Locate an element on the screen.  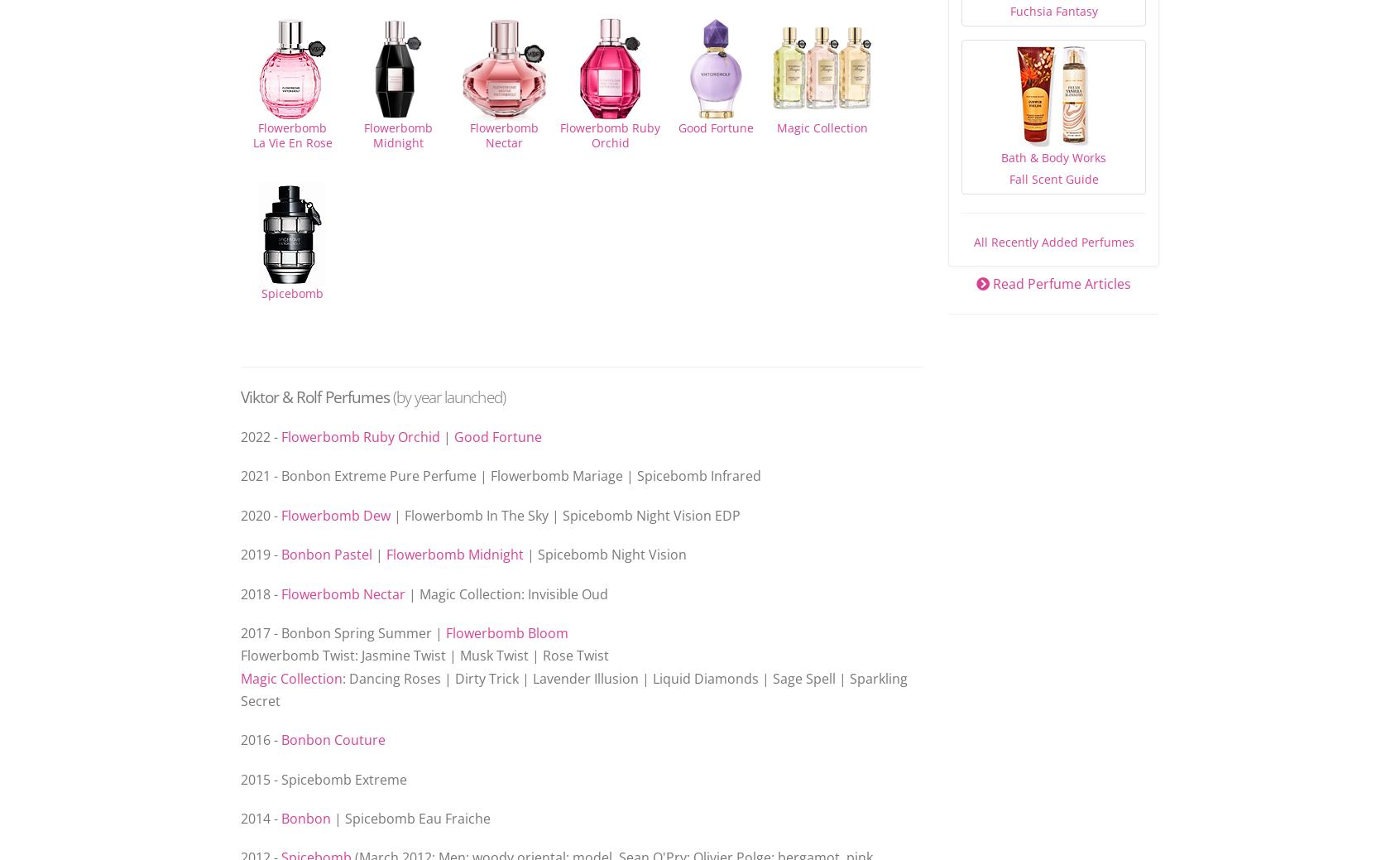
'| Flowerbomb In The Sky | Spicebomb Night Vision EDP' is located at coordinates (390, 515).